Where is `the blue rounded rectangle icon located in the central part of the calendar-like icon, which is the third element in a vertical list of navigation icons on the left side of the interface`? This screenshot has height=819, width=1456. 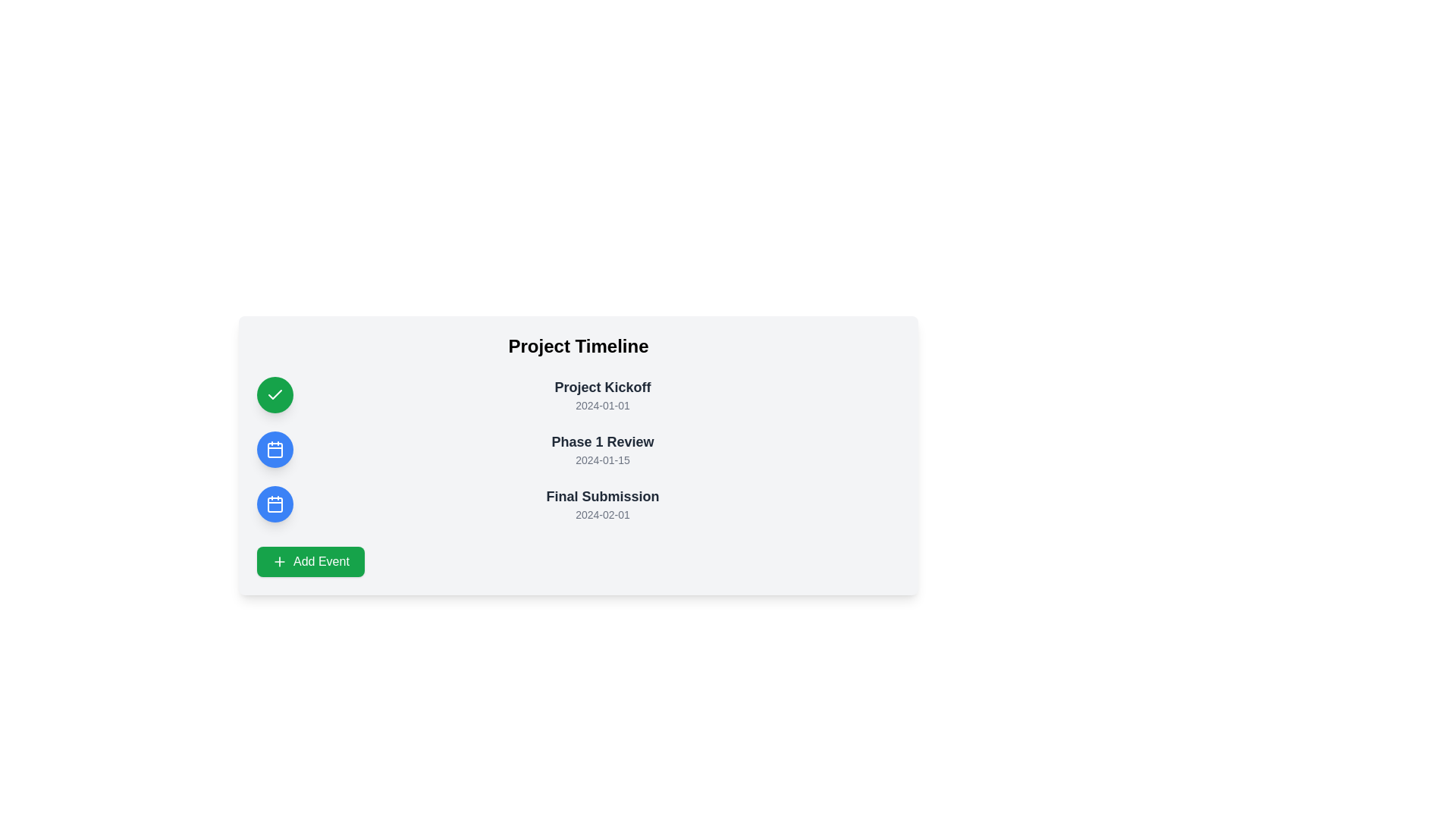
the blue rounded rectangle icon located in the central part of the calendar-like icon, which is the third element in a vertical list of navigation icons on the left side of the interface is located at coordinates (275, 505).